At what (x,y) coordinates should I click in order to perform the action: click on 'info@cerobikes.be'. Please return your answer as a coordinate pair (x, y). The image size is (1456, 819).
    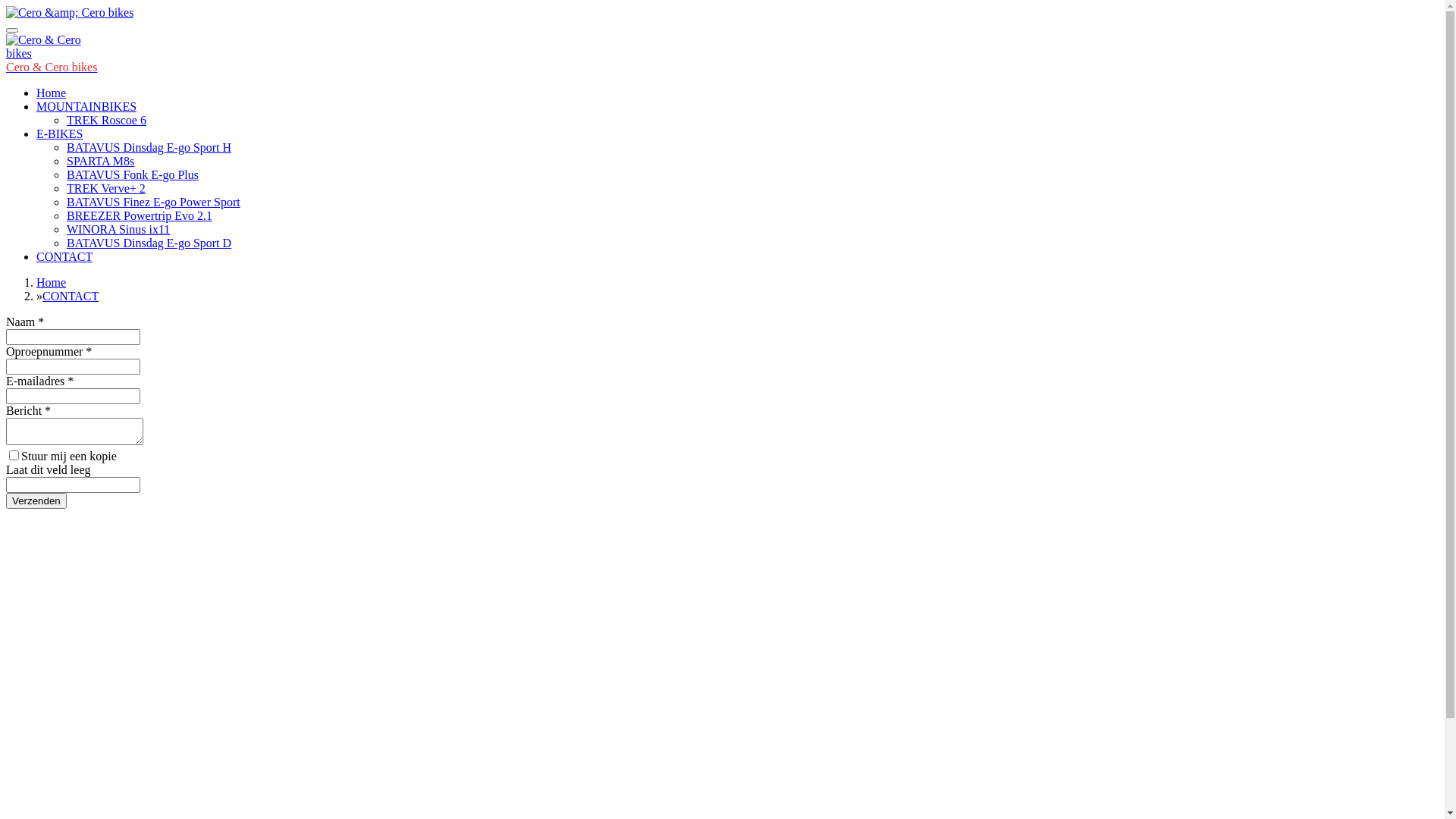
    Looking at the image, I should click on (52, 755).